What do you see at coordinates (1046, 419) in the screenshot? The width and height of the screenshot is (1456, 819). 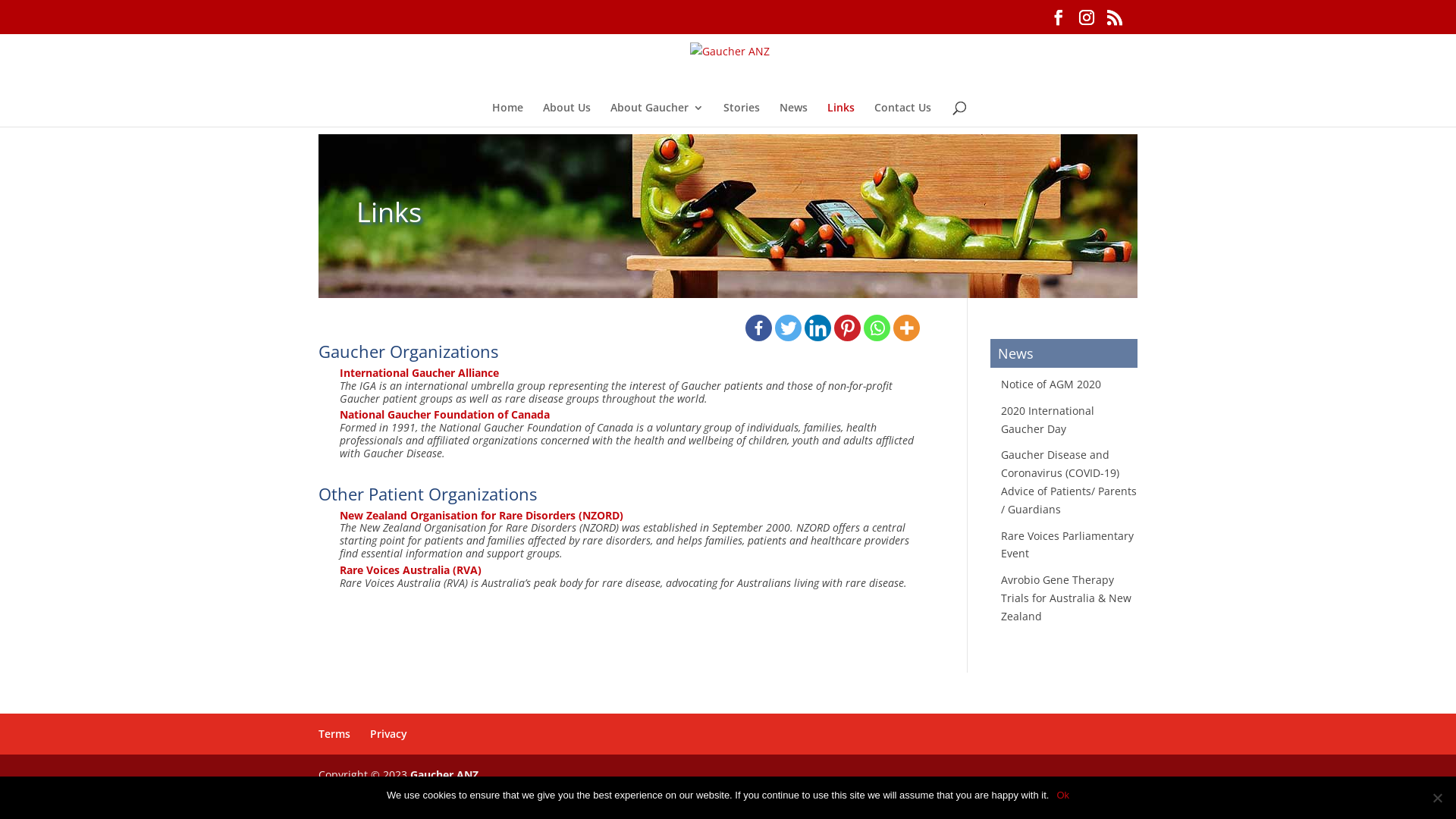 I see `'2020 International Gaucher Day'` at bounding box center [1046, 419].